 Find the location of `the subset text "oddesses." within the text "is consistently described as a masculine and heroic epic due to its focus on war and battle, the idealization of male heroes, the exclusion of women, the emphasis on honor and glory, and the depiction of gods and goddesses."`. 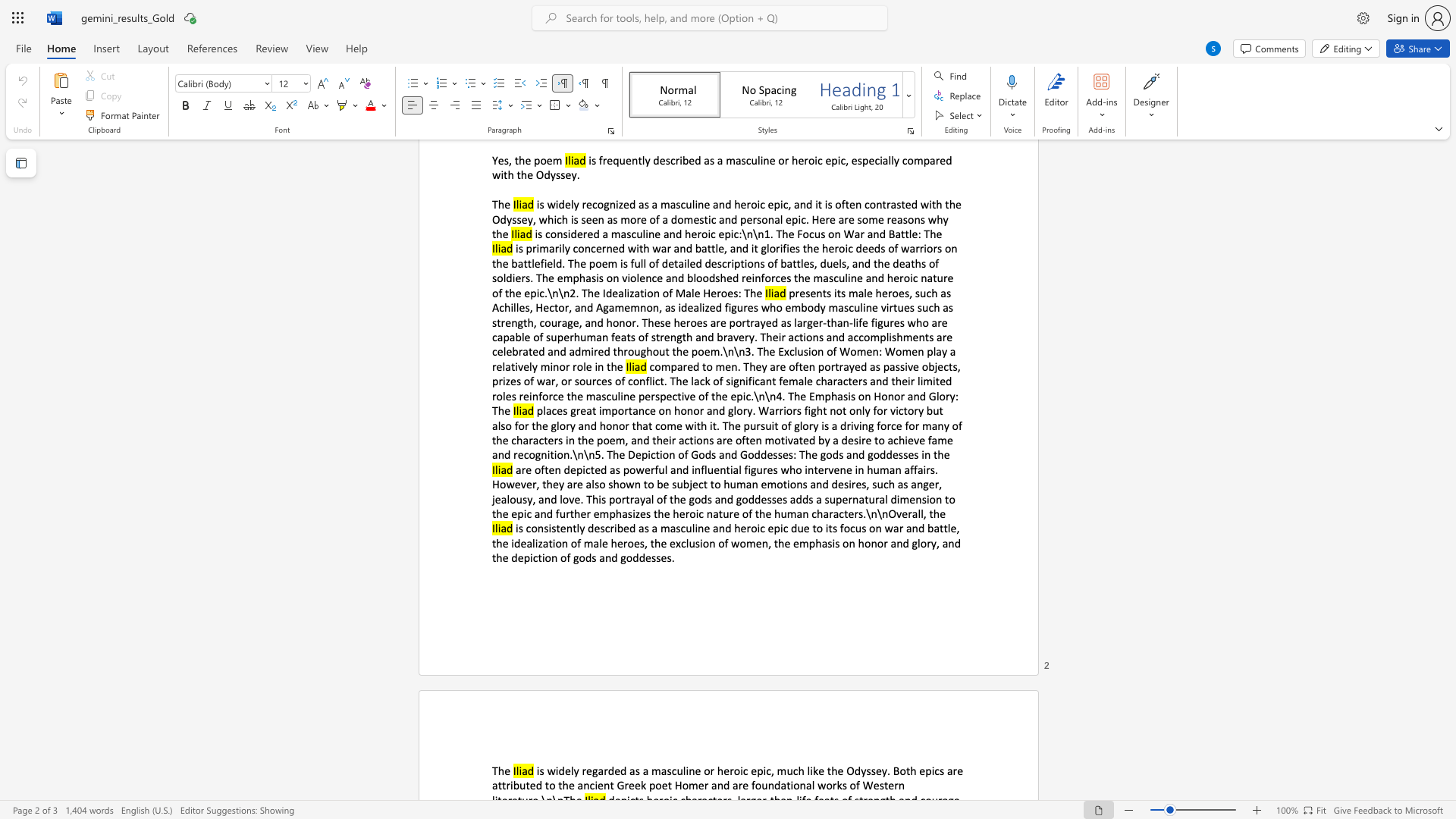

the subset text "oddesses." within the text "is consistently described as a masculine and heroic epic due to its focus on war and battle, the idealization of male heroes, the exclusion of women, the emphasis on honor and glory, and the depiction of gods and goddesses." is located at coordinates (626, 557).